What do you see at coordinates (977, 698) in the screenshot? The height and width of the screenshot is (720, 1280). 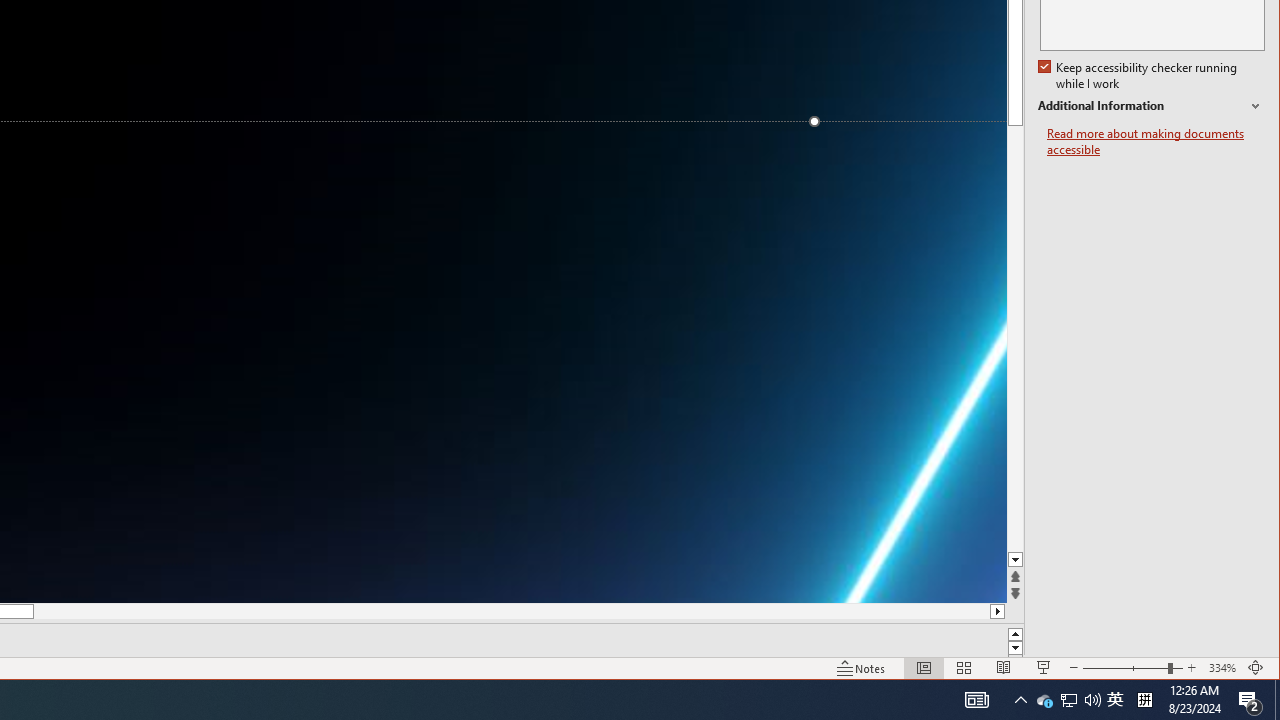 I see `'AutomationID: 4105'` at bounding box center [977, 698].